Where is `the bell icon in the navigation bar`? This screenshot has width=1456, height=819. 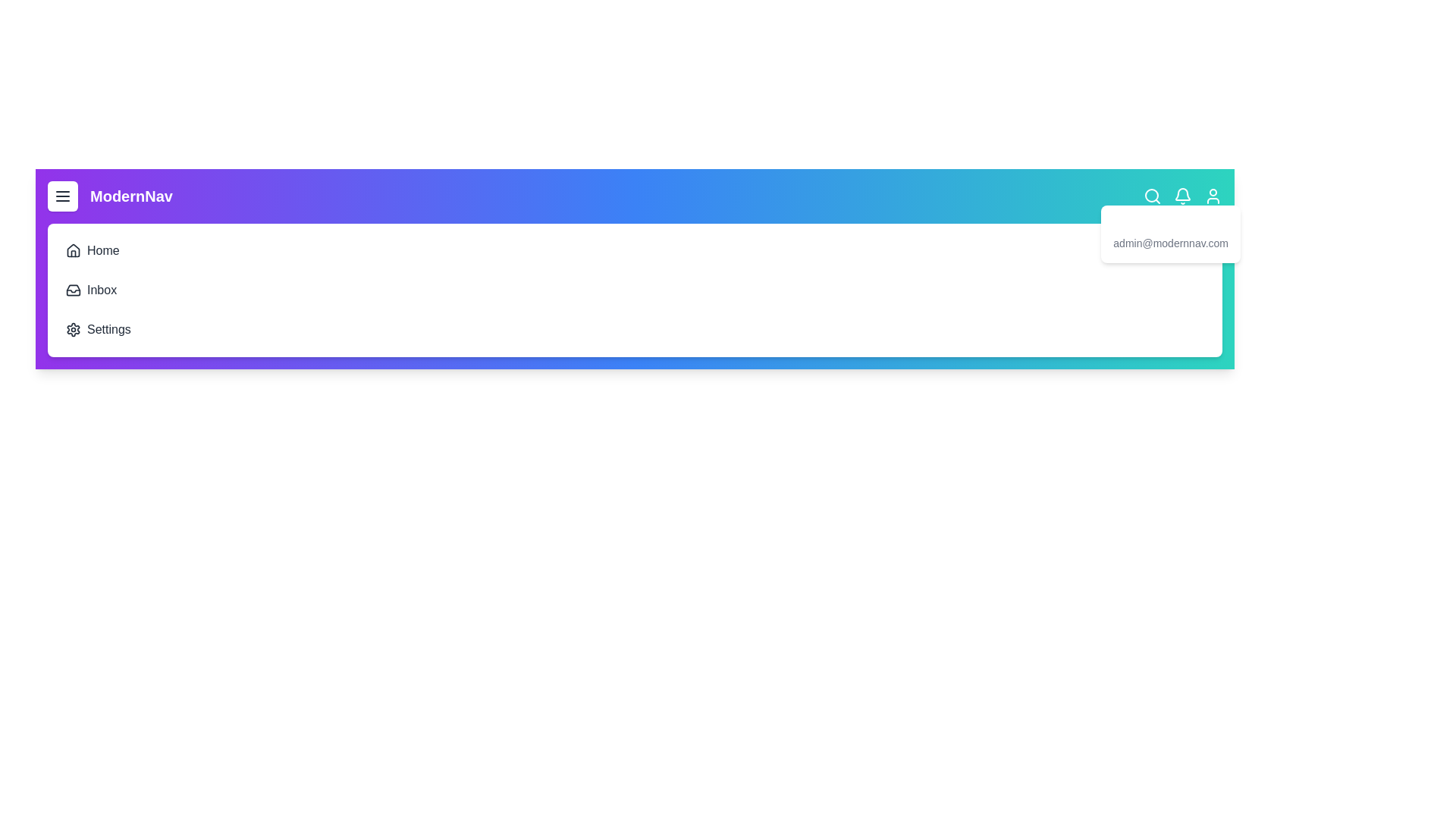 the bell icon in the navigation bar is located at coordinates (1182, 195).